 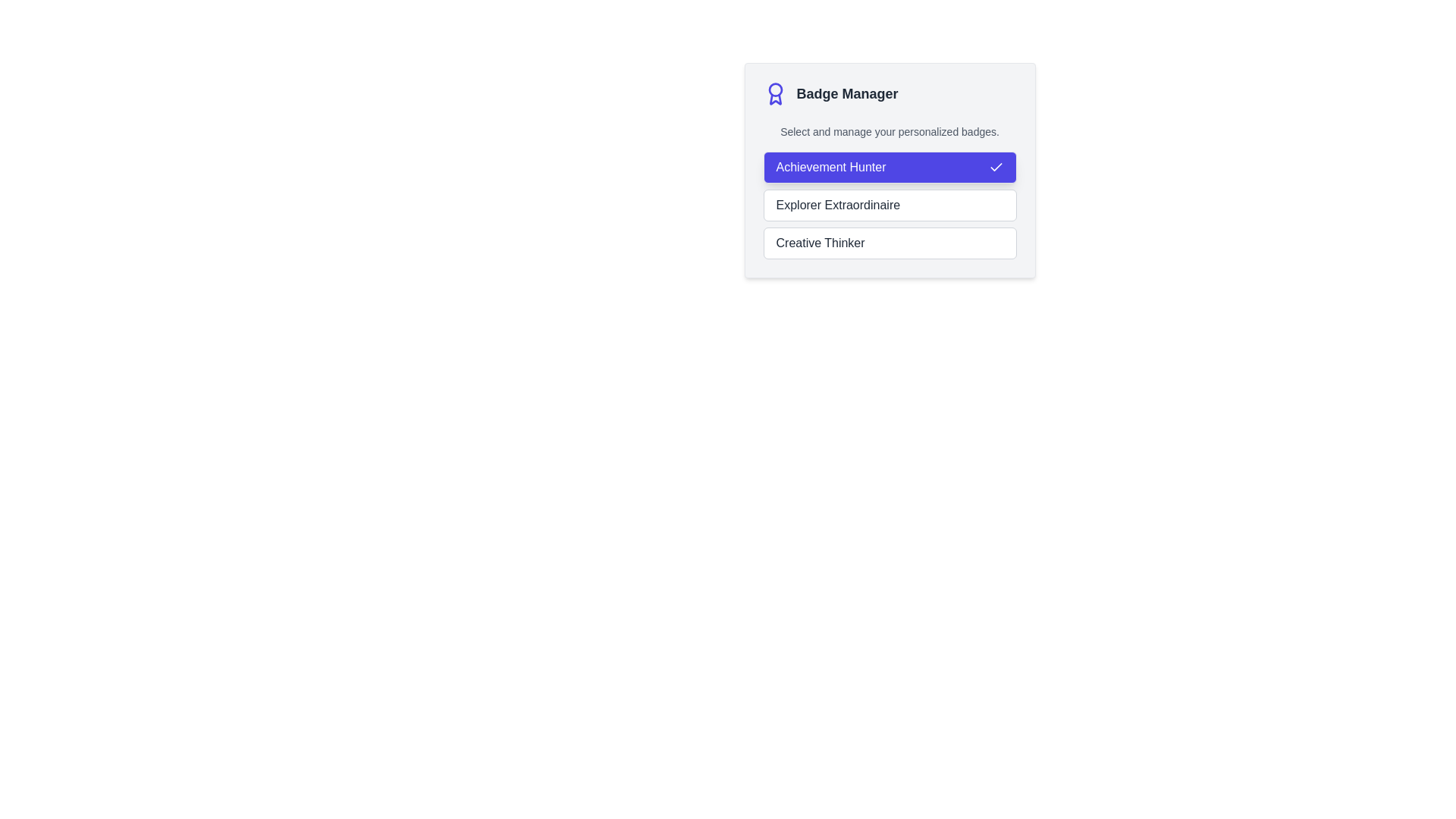 What do you see at coordinates (890, 130) in the screenshot?
I see `the descriptive text label providing information related to badge selection and management, located beneath the 'Badge Manager' heading` at bounding box center [890, 130].